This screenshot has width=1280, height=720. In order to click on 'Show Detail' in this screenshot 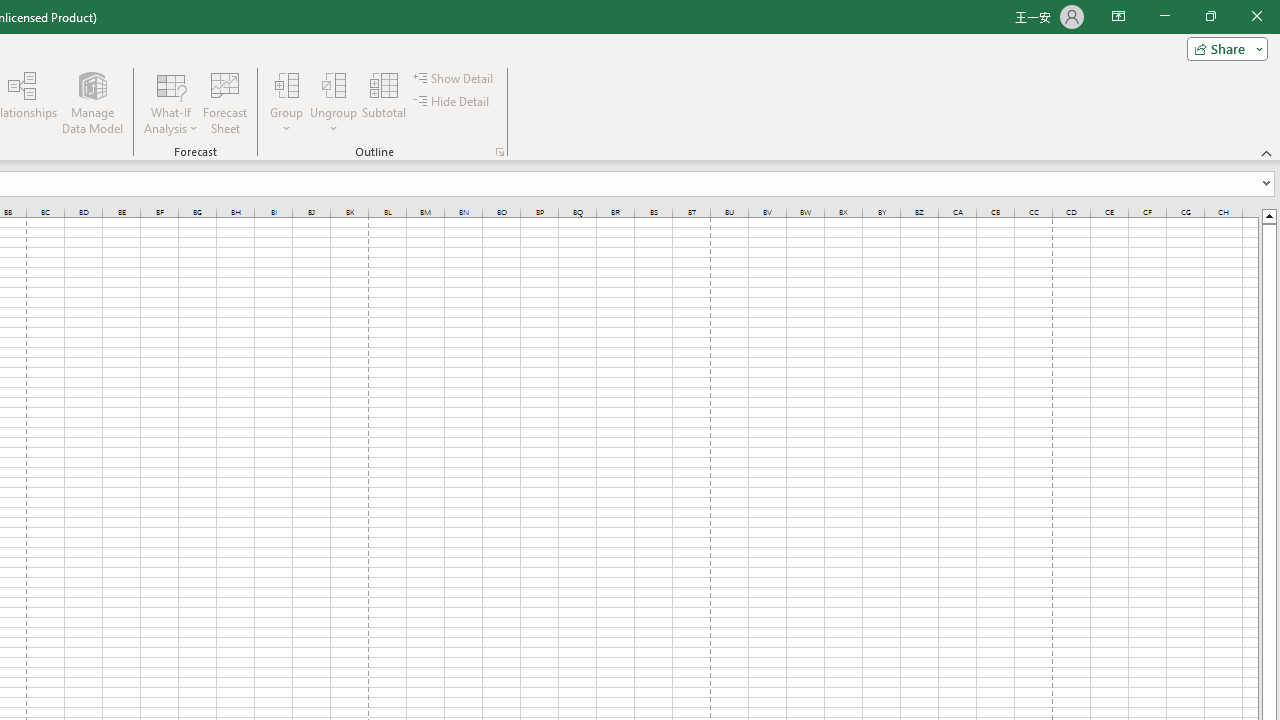, I will do `click(454, 77)`.